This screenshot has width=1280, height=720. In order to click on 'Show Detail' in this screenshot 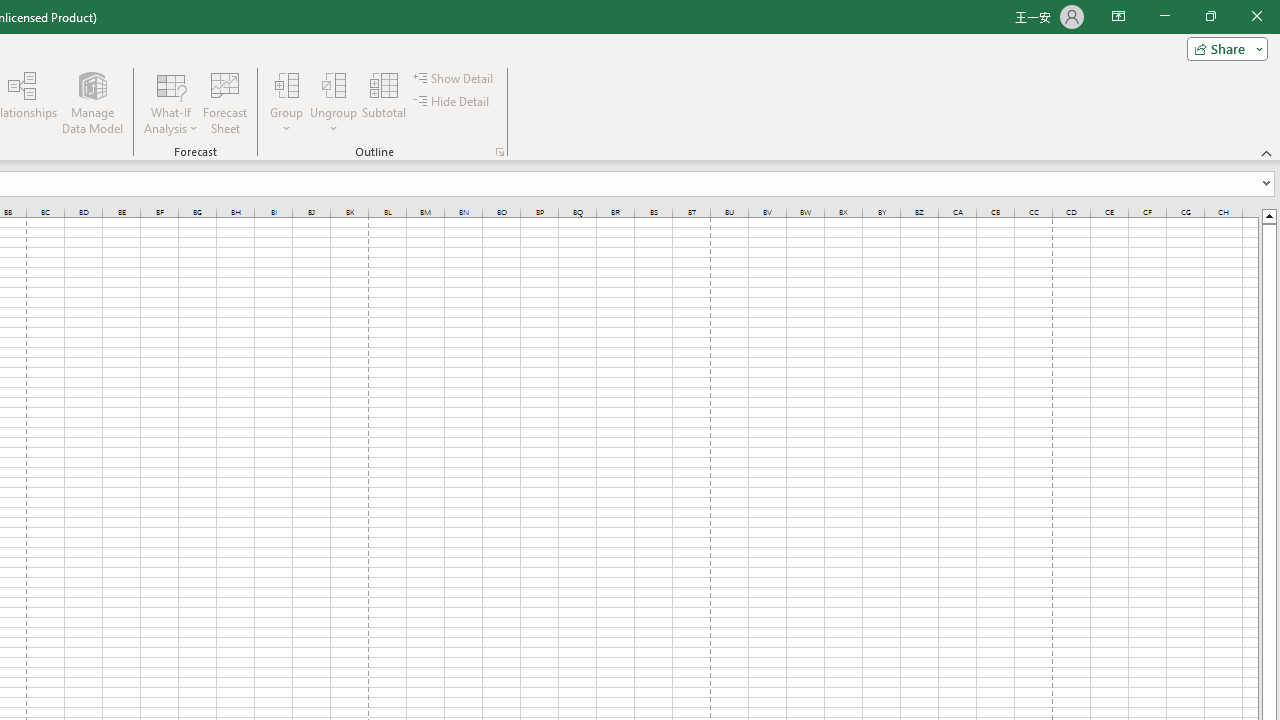, I will do `click(454, 77)`.